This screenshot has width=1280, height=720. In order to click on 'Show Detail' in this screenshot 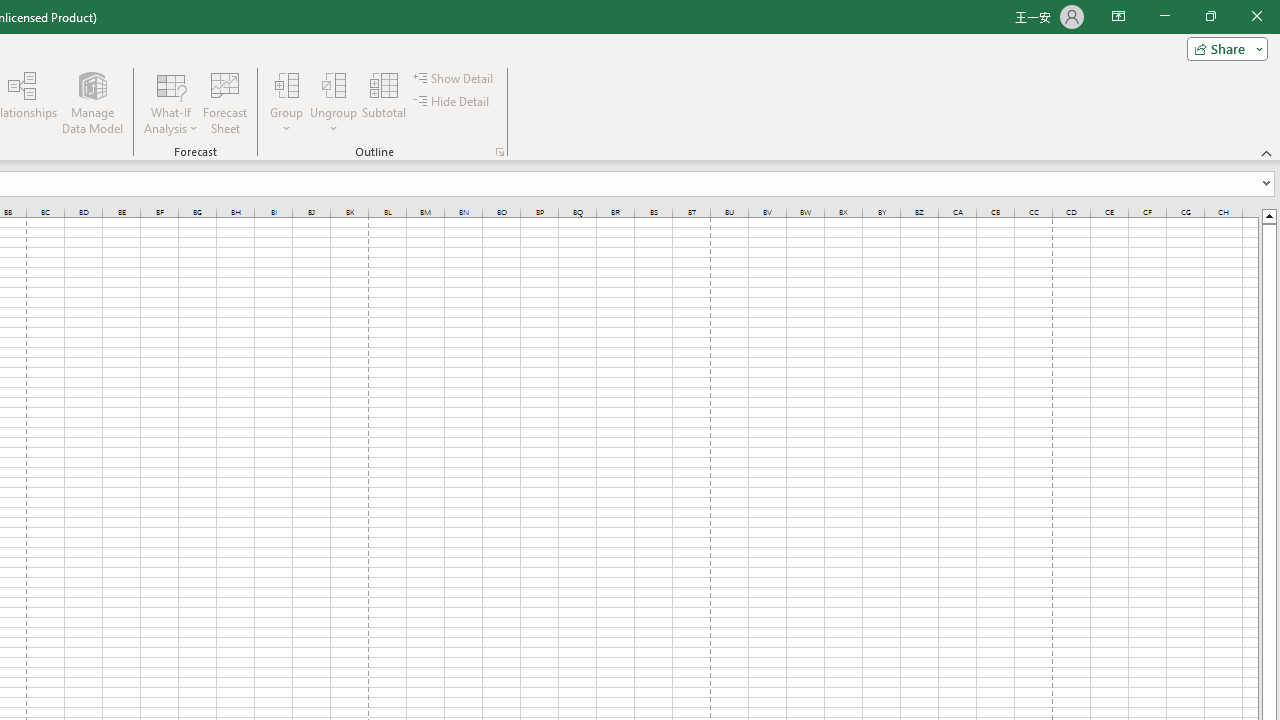, I will do `click(454, 77)`.